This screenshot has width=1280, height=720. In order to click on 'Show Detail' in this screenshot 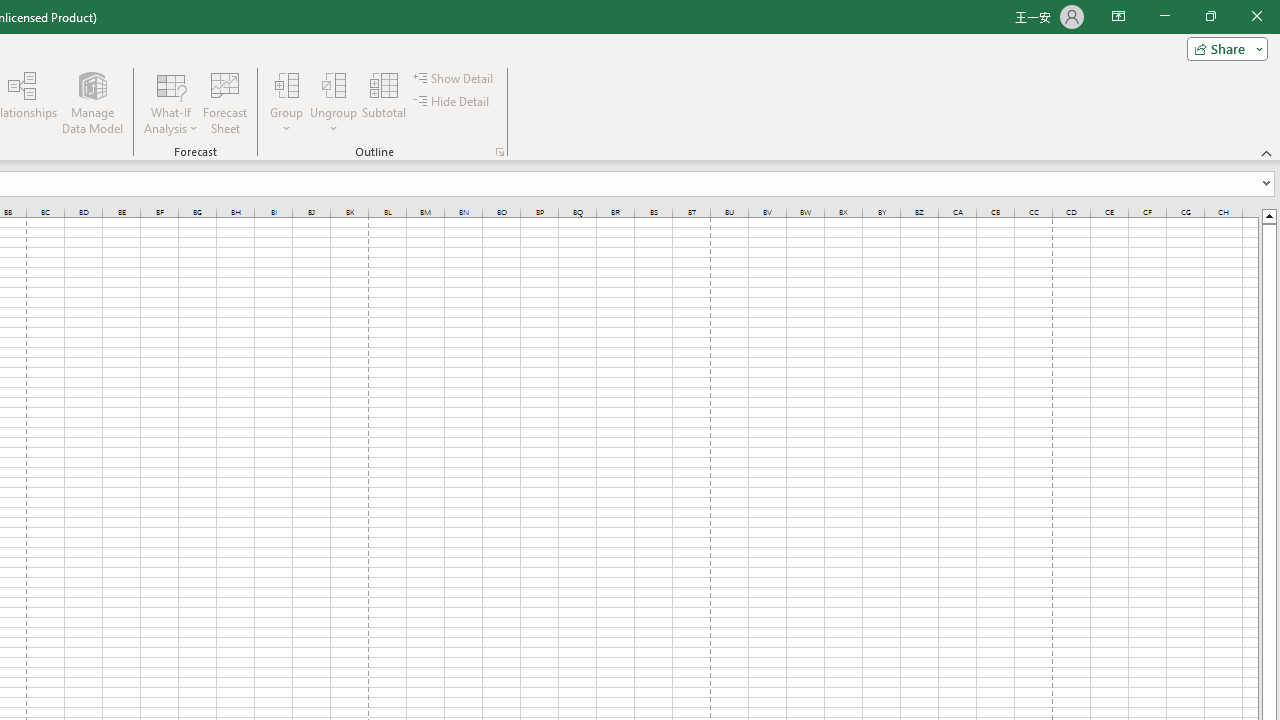, I will do `click(454, 77)`.